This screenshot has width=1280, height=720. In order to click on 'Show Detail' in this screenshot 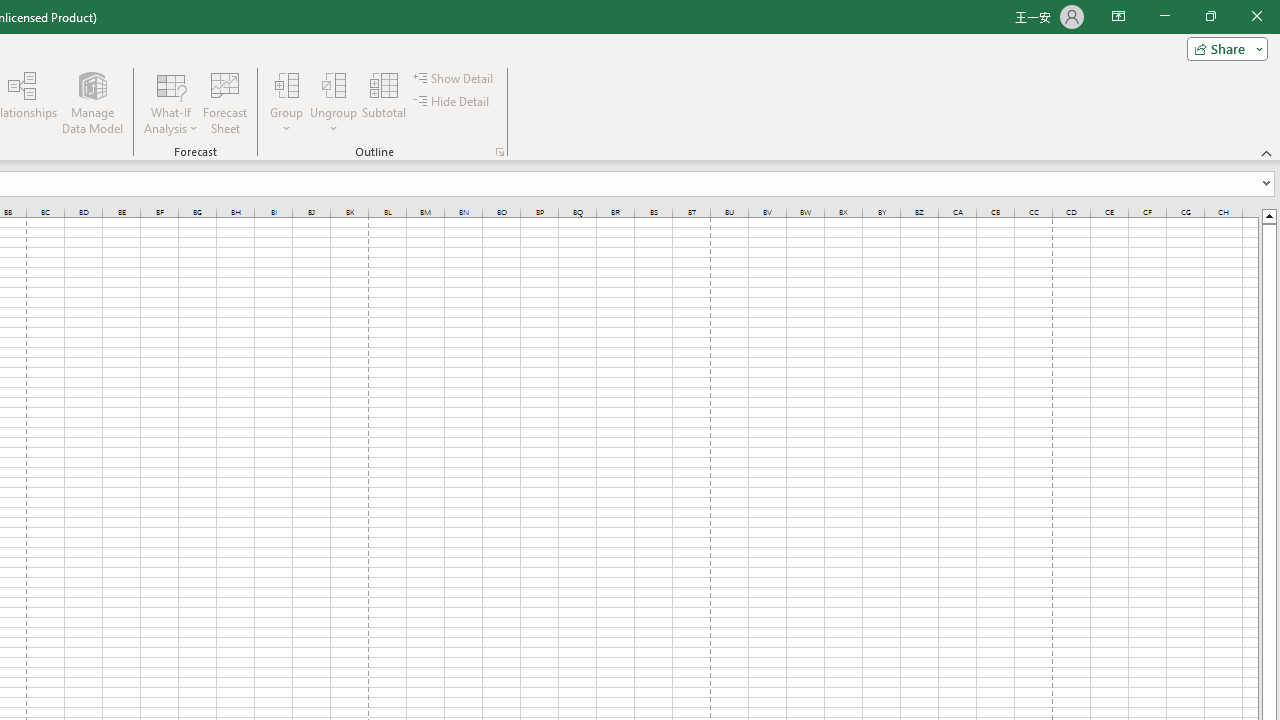, I will do `click(454, 77)`.